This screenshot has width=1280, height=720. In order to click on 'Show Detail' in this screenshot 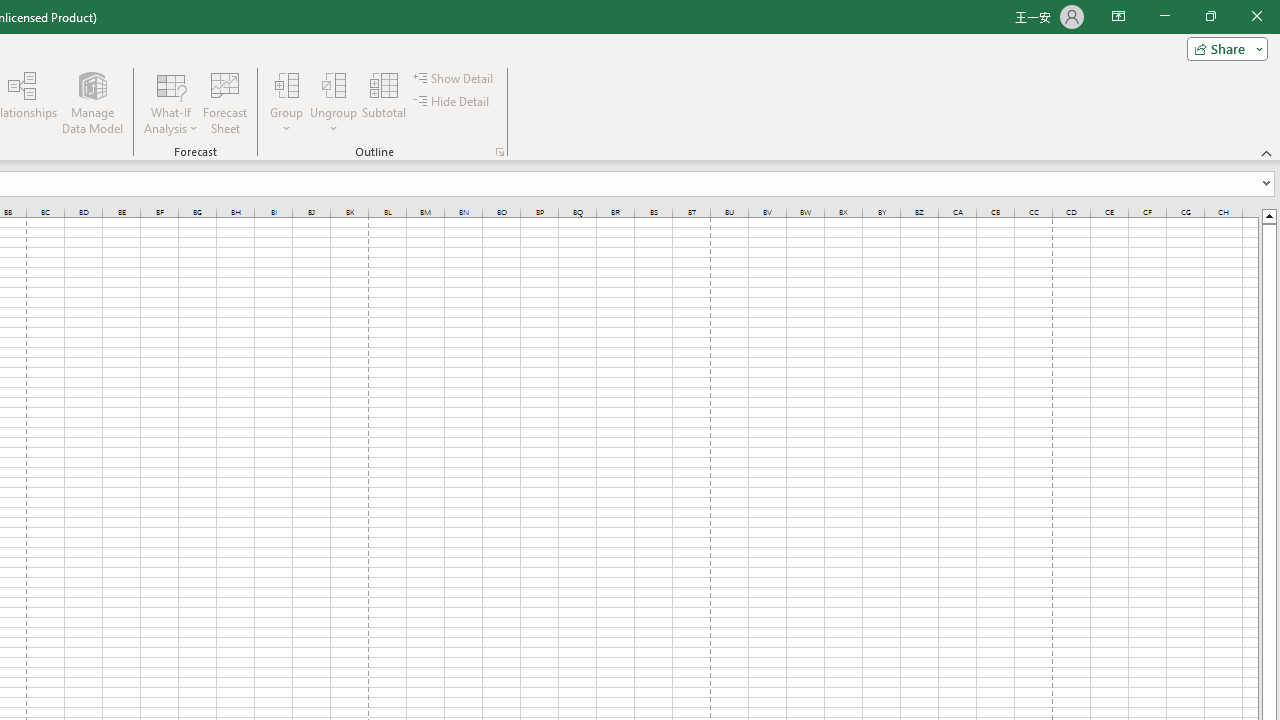, I will do `click(454, 77)`.